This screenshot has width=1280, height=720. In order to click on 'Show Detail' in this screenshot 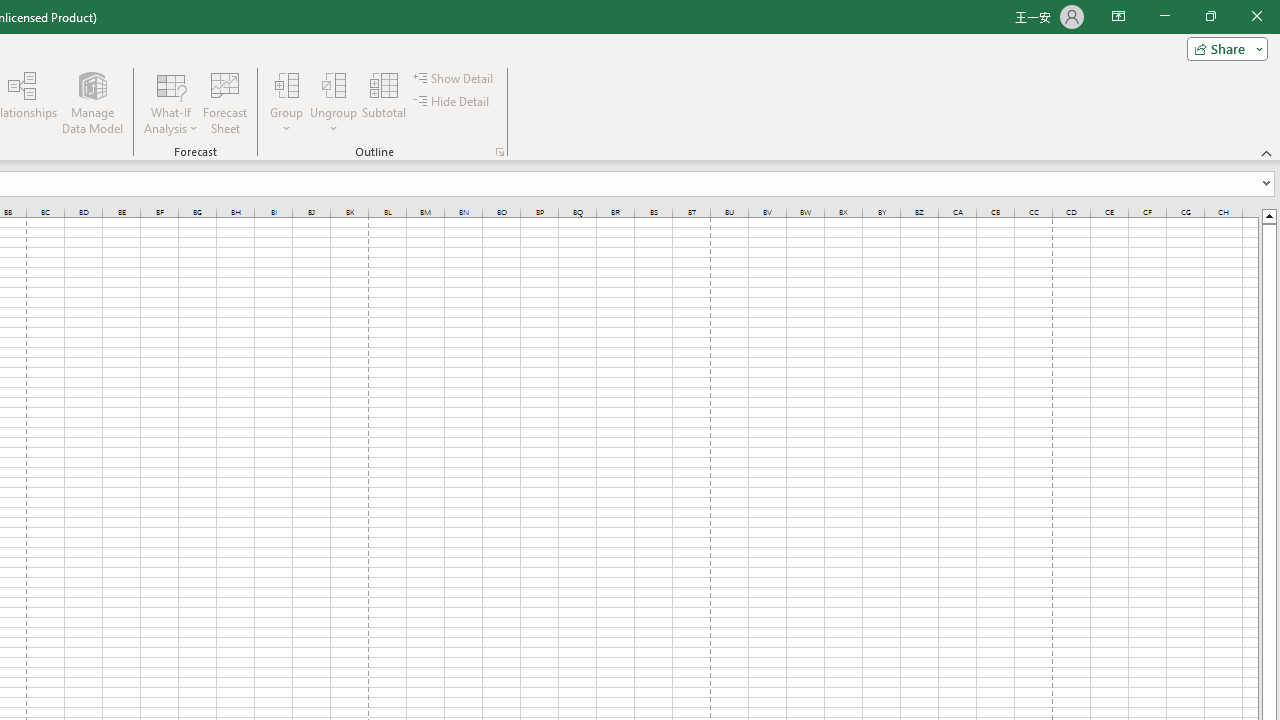, I will do `click(454, 77)`.